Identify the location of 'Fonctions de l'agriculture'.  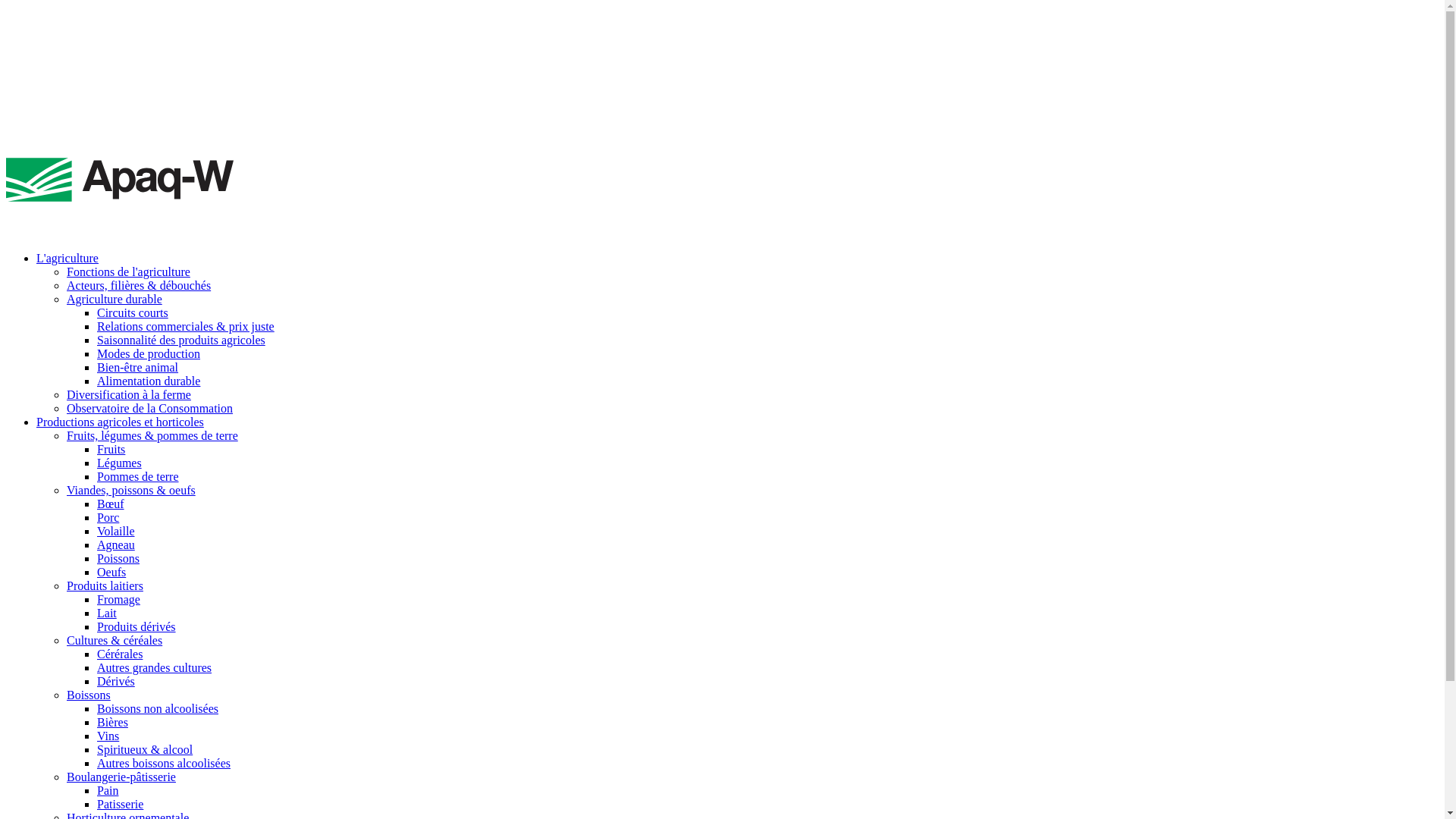
(128, 271).